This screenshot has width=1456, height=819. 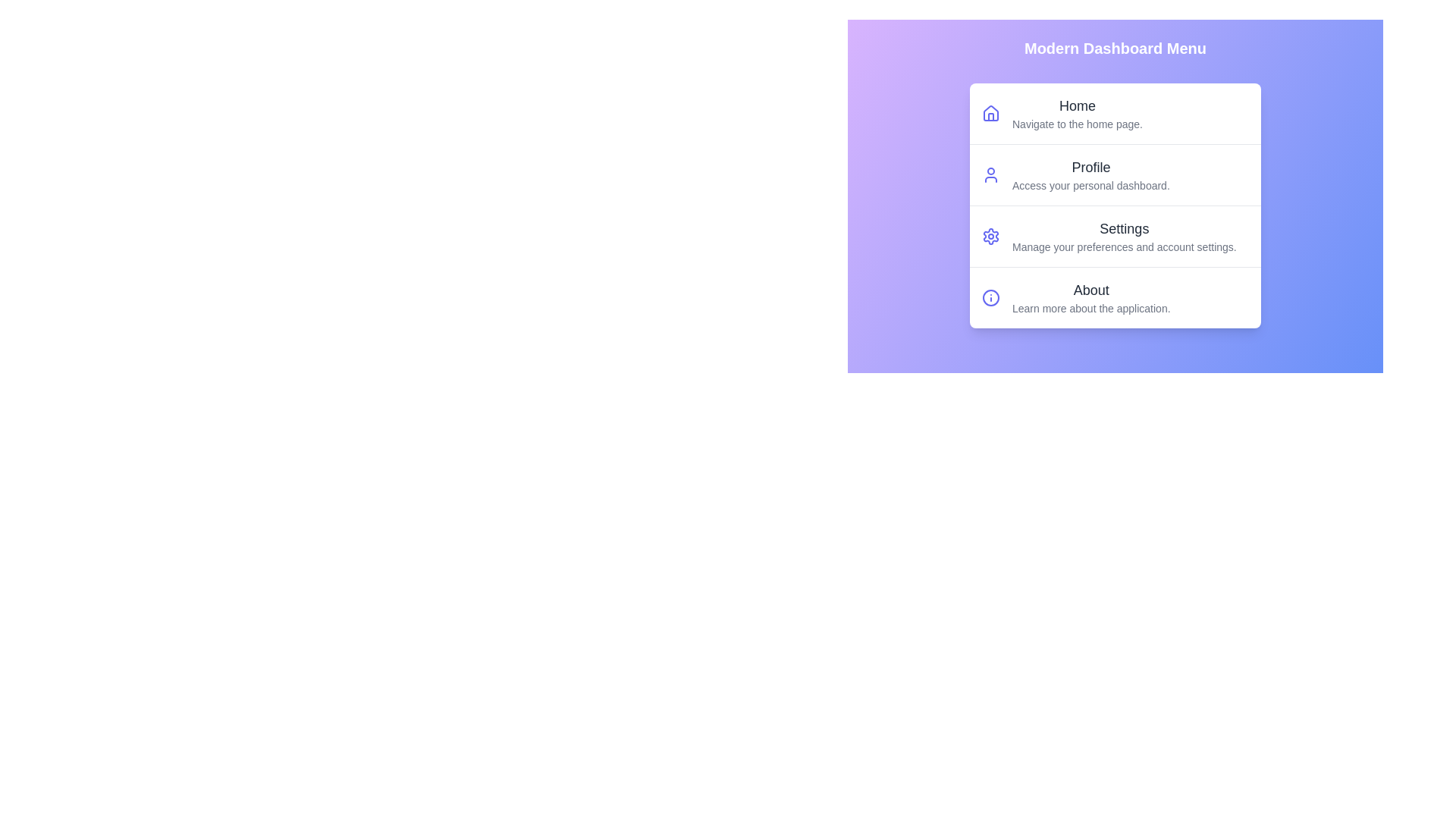 What do you see at coordinates (1115, 236) in the screenshot?
I see `the menu item corresponding to Settings` at bounding box center [1115, 236].